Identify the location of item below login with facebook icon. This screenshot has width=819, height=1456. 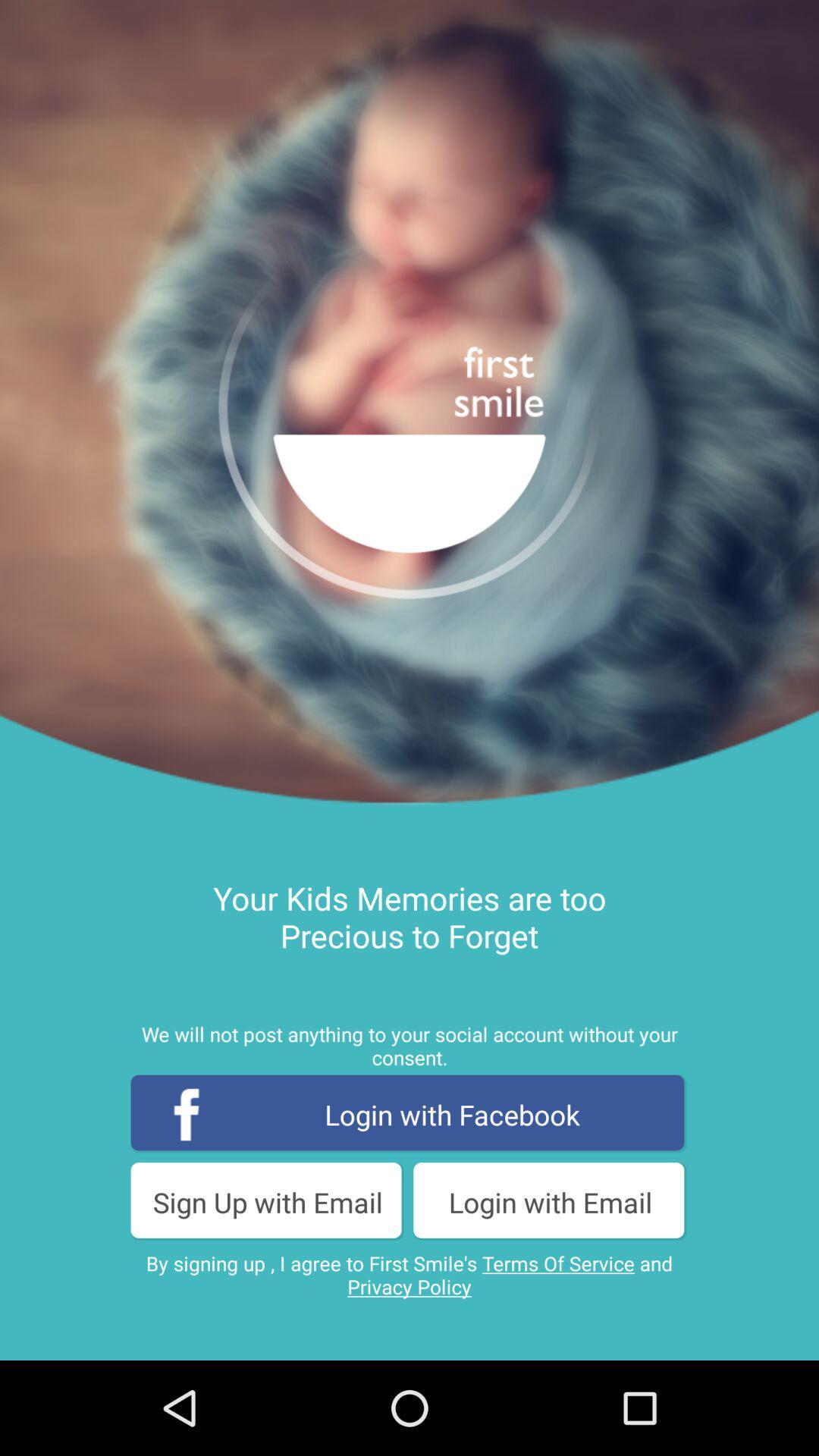
(267, 1201).